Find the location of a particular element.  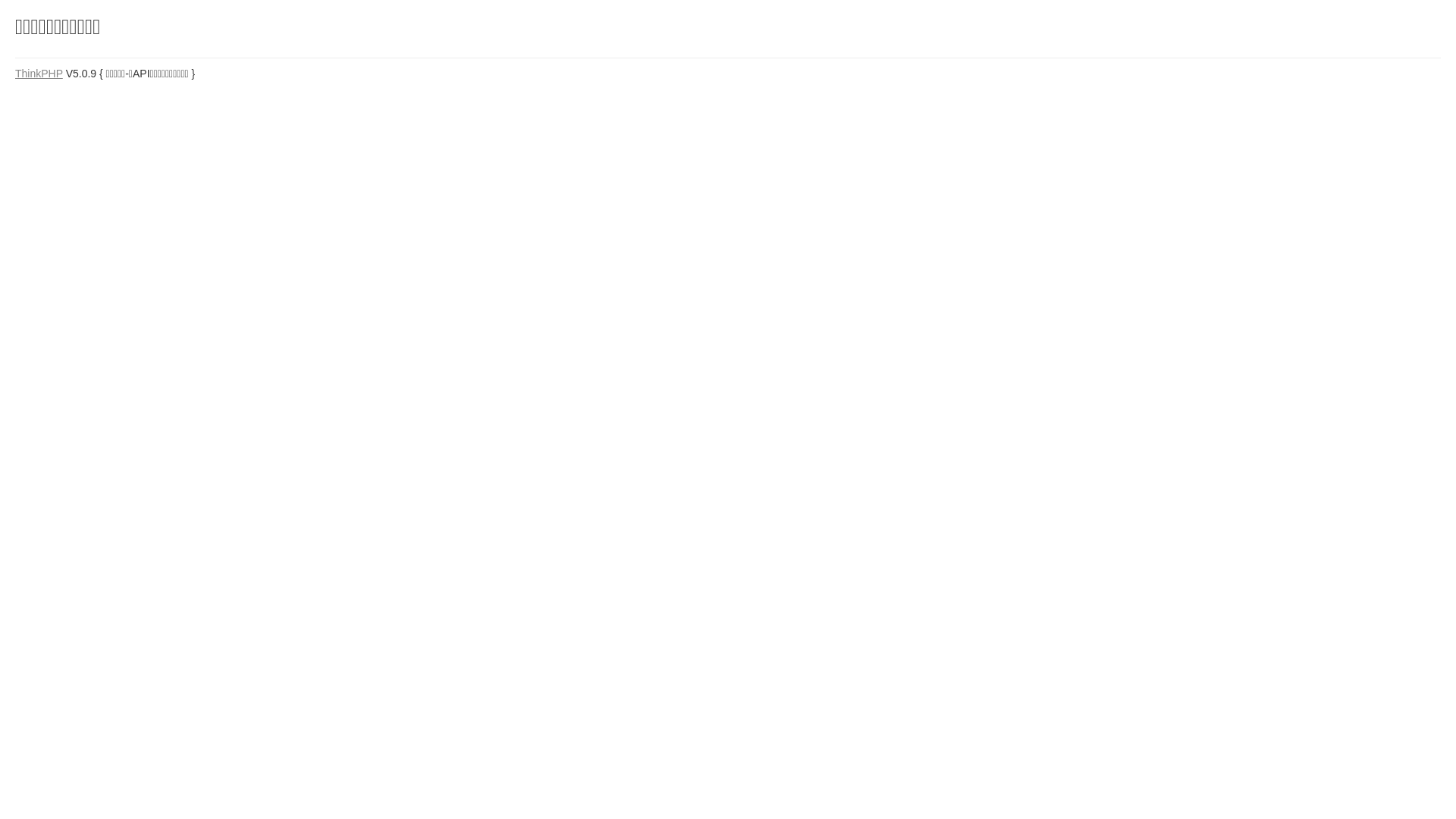

'ThinkPHP' is located at coordinates (14, 73).